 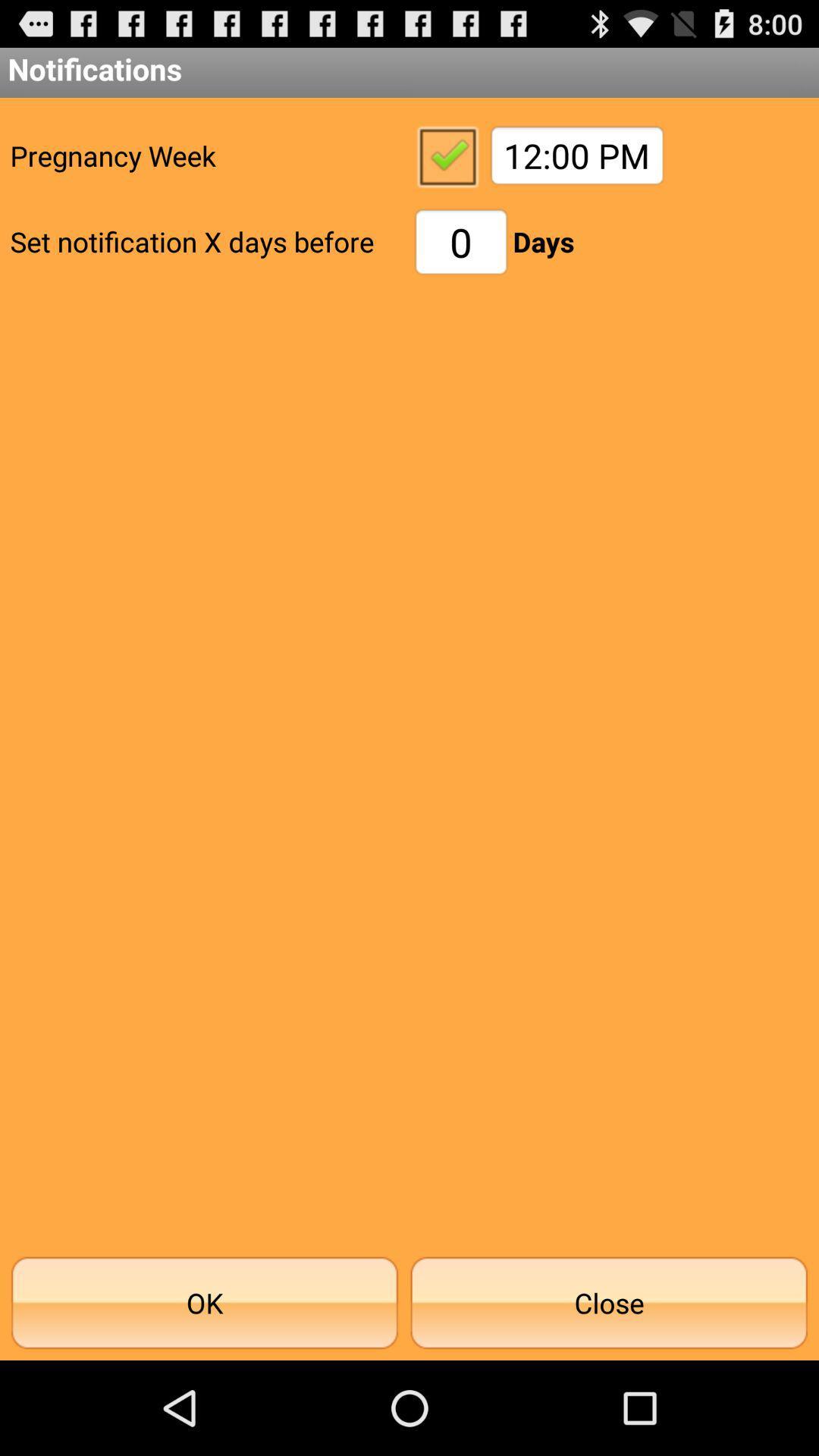 What do you see at coordinates (446, 155) in the screenshot?
I see `pregnancy week notification check box` at bounding box center [446, 155].